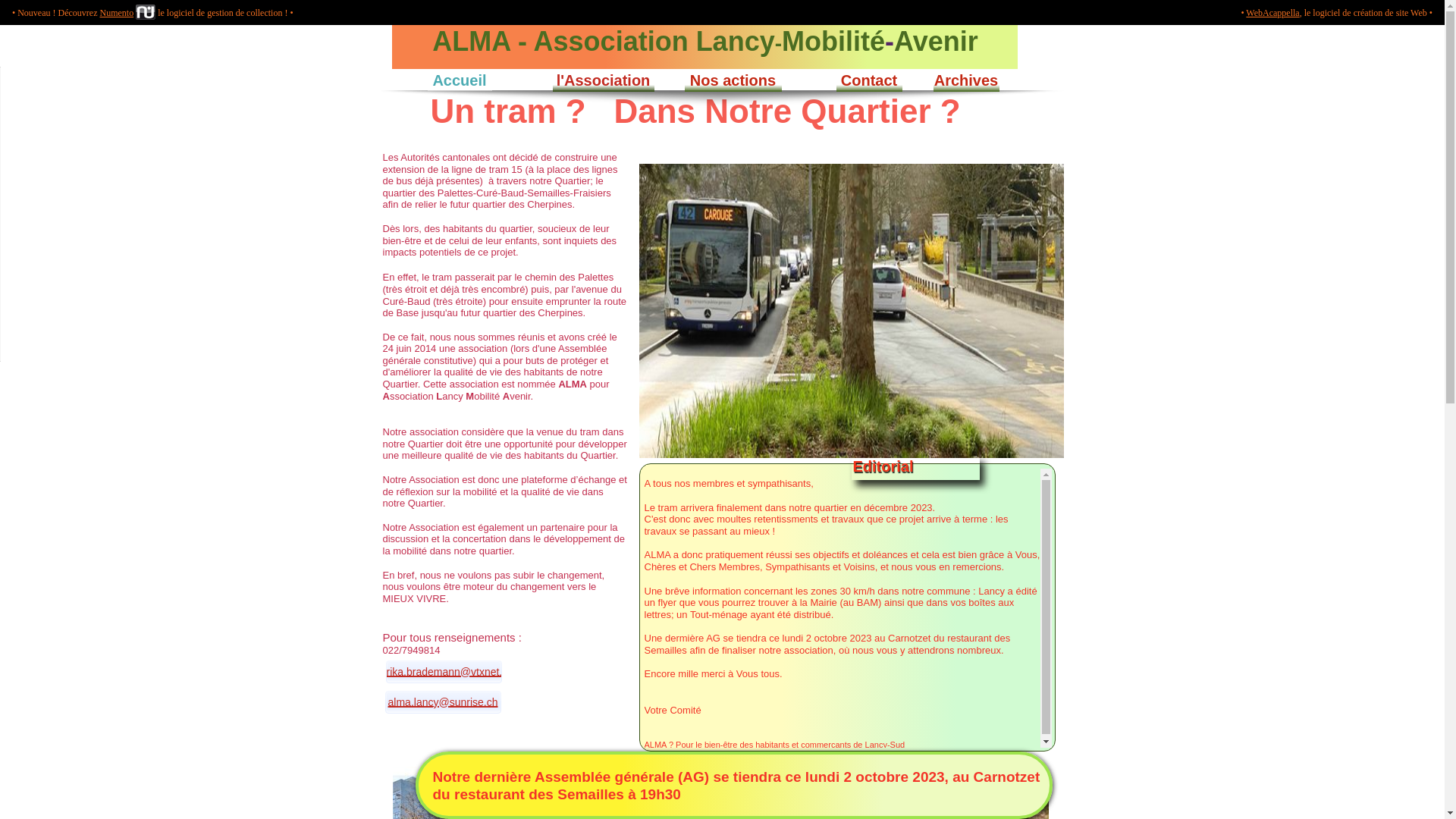  I want to click on 'l'Association', so click(602, 80).